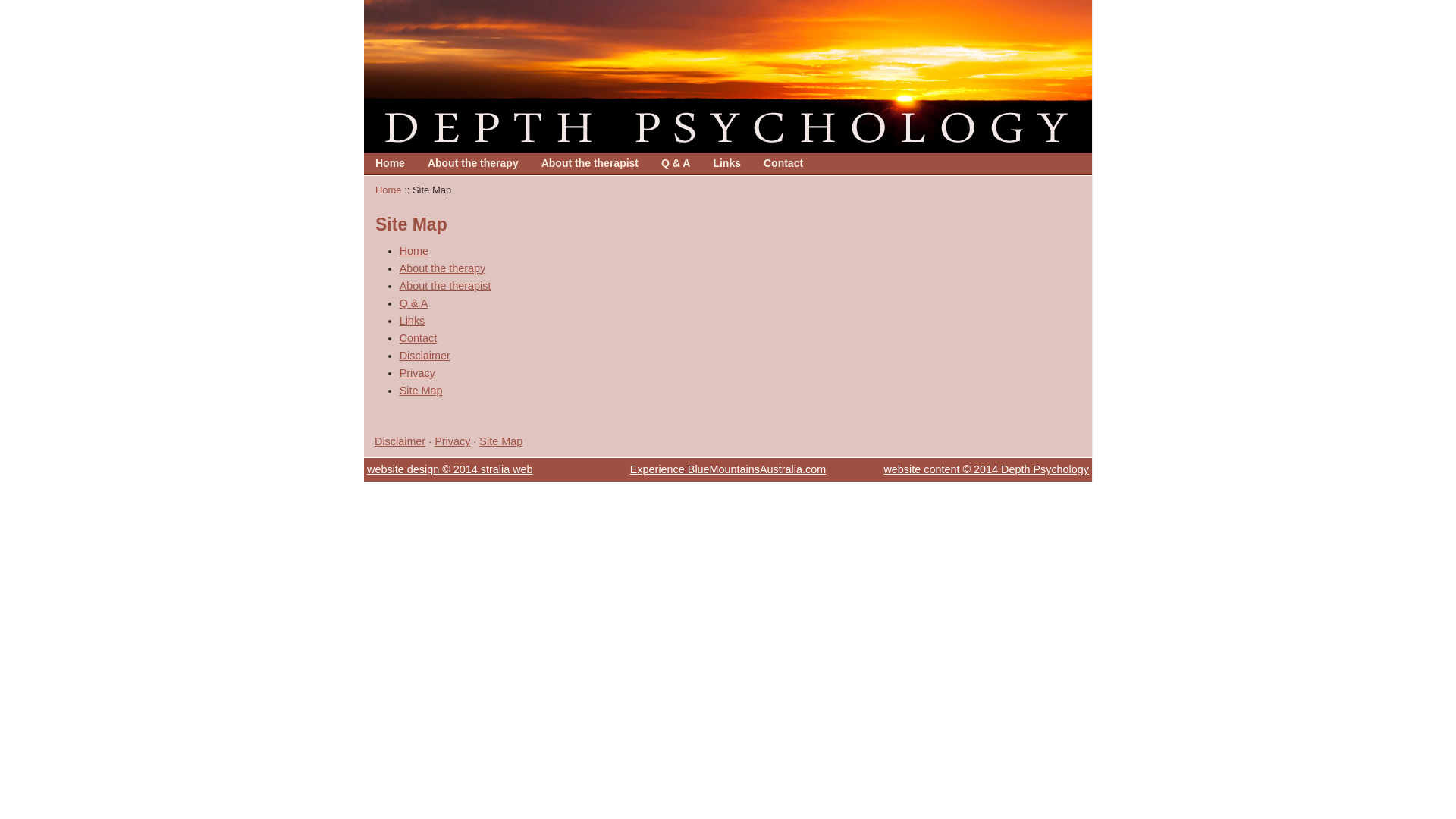 The width and height of the screenshot is (1456, 819). Describe the element at coordinates (425, 356) in the screenshot. I see `'Disclaimer'` at that location.